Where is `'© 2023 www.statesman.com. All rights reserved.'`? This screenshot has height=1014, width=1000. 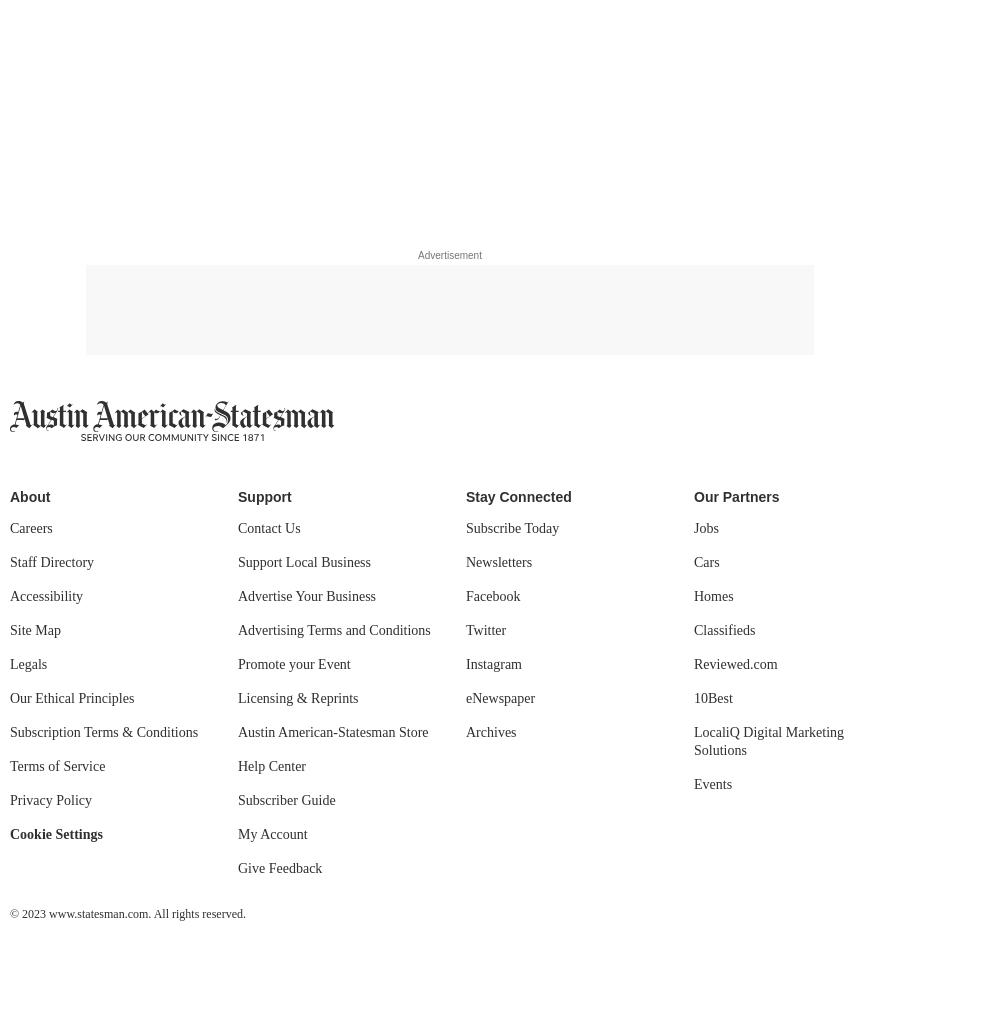 '© 2023 www.statesman.com. All rights reserved.' is located at coordinates (127, 913).